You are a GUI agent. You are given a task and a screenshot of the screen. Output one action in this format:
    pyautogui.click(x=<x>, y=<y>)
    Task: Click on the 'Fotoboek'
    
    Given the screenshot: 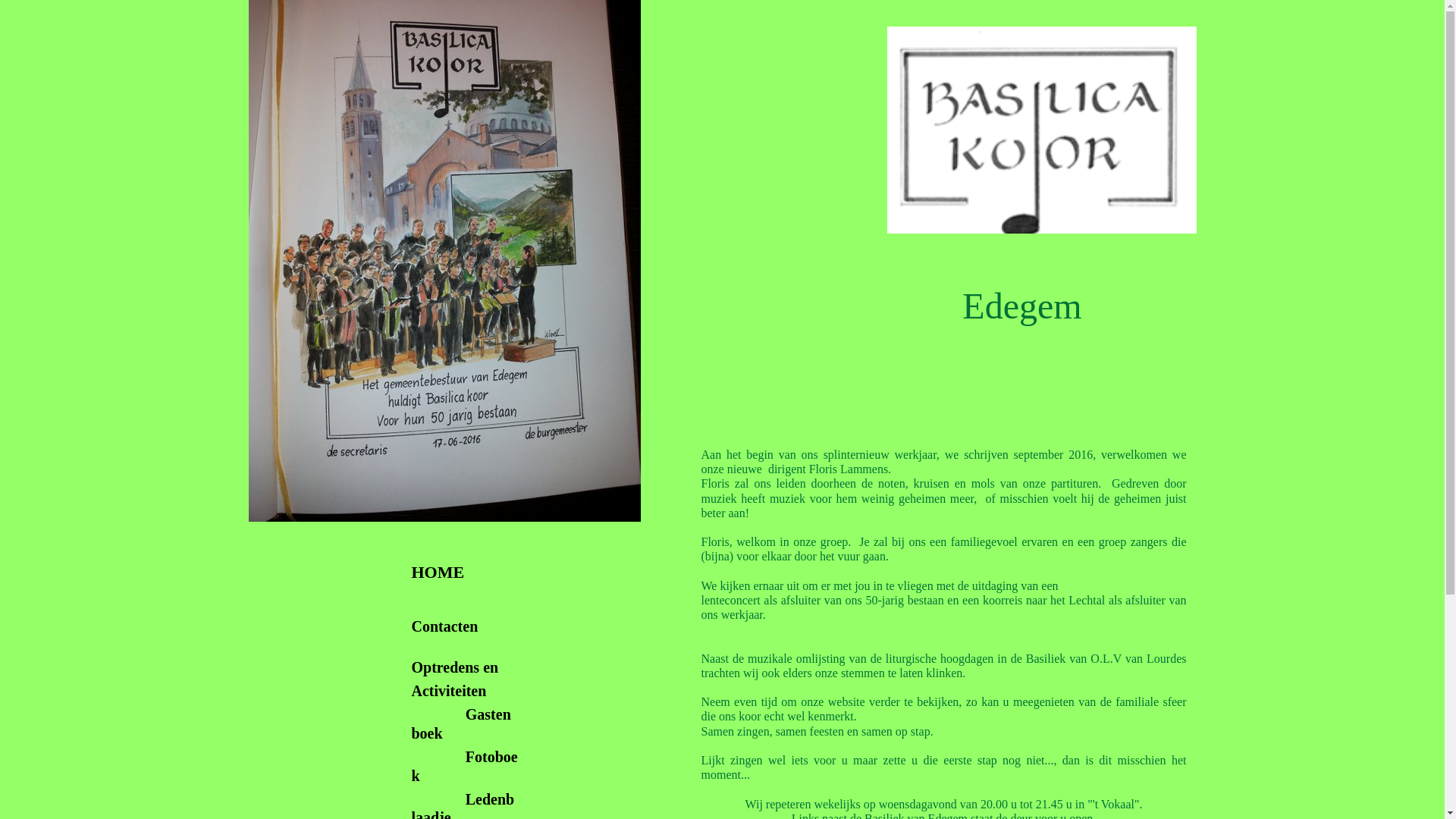 What is the action you would take?
    pyautogui.click(x=463, y=768)
    